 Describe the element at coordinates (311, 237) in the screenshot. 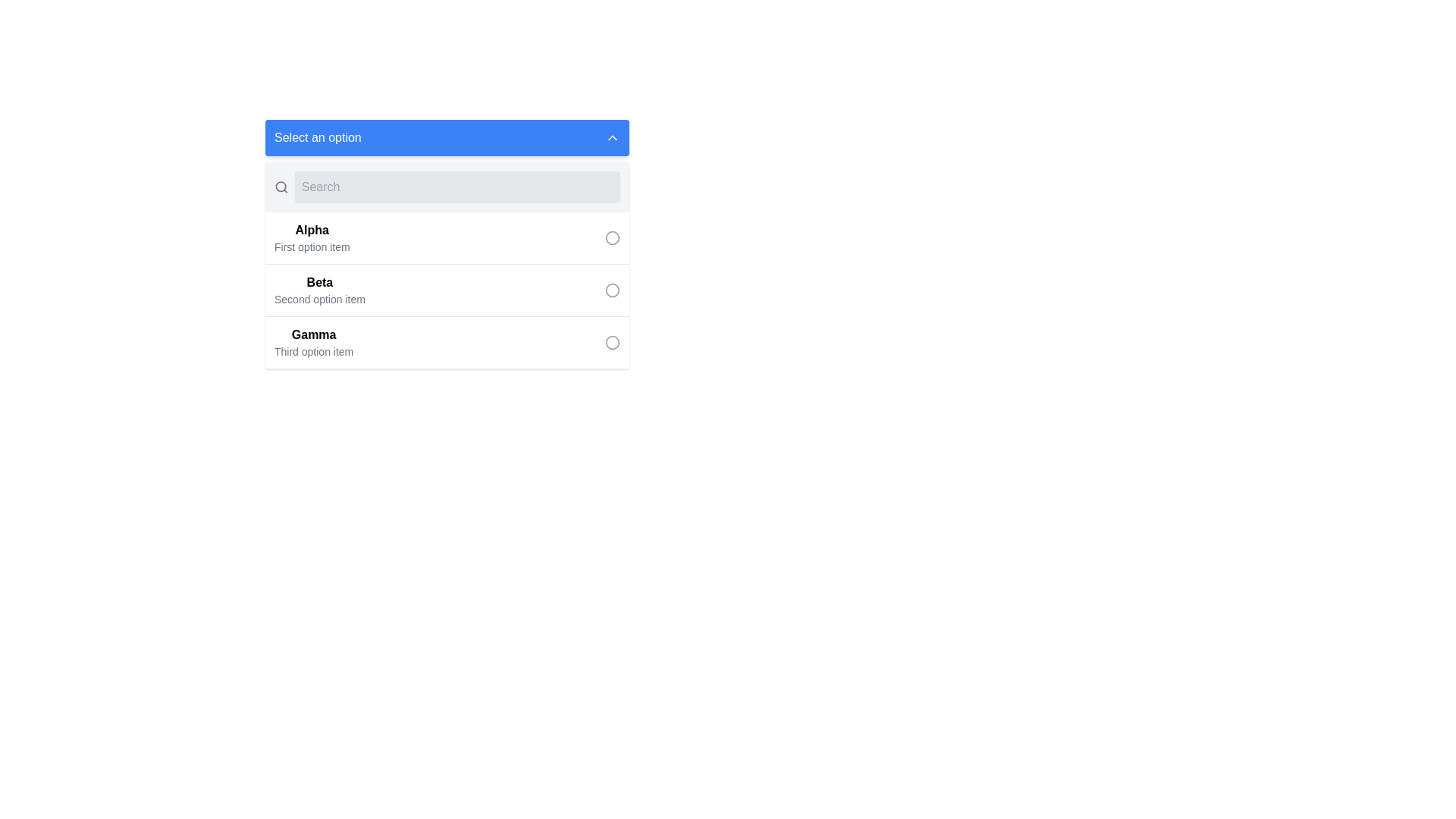

I see `to select the first option item in the dropdown menu titled 'Select an option', located below the search bar and above the items labeled 'Beta' and 'Gamma'` at that location.